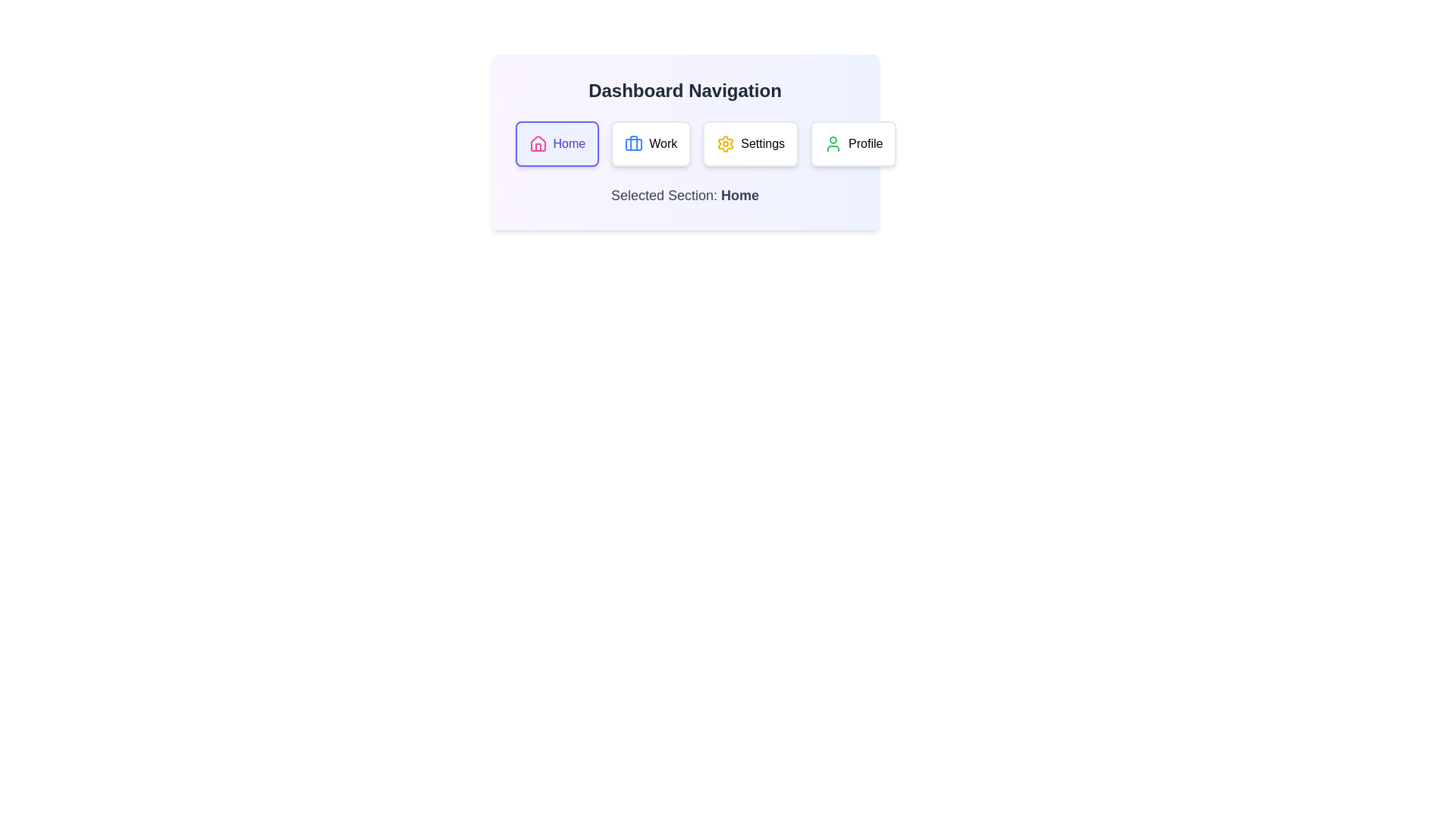 This screenshot has width=1456, height=819. What do you see at coordinates (751, 143) in the screenshot?
I see `the Settings button located in the Dashboard Navigation section, which is the third button from the left, positioned between the Work and Profile buttons` at bounding box center [751, 143].